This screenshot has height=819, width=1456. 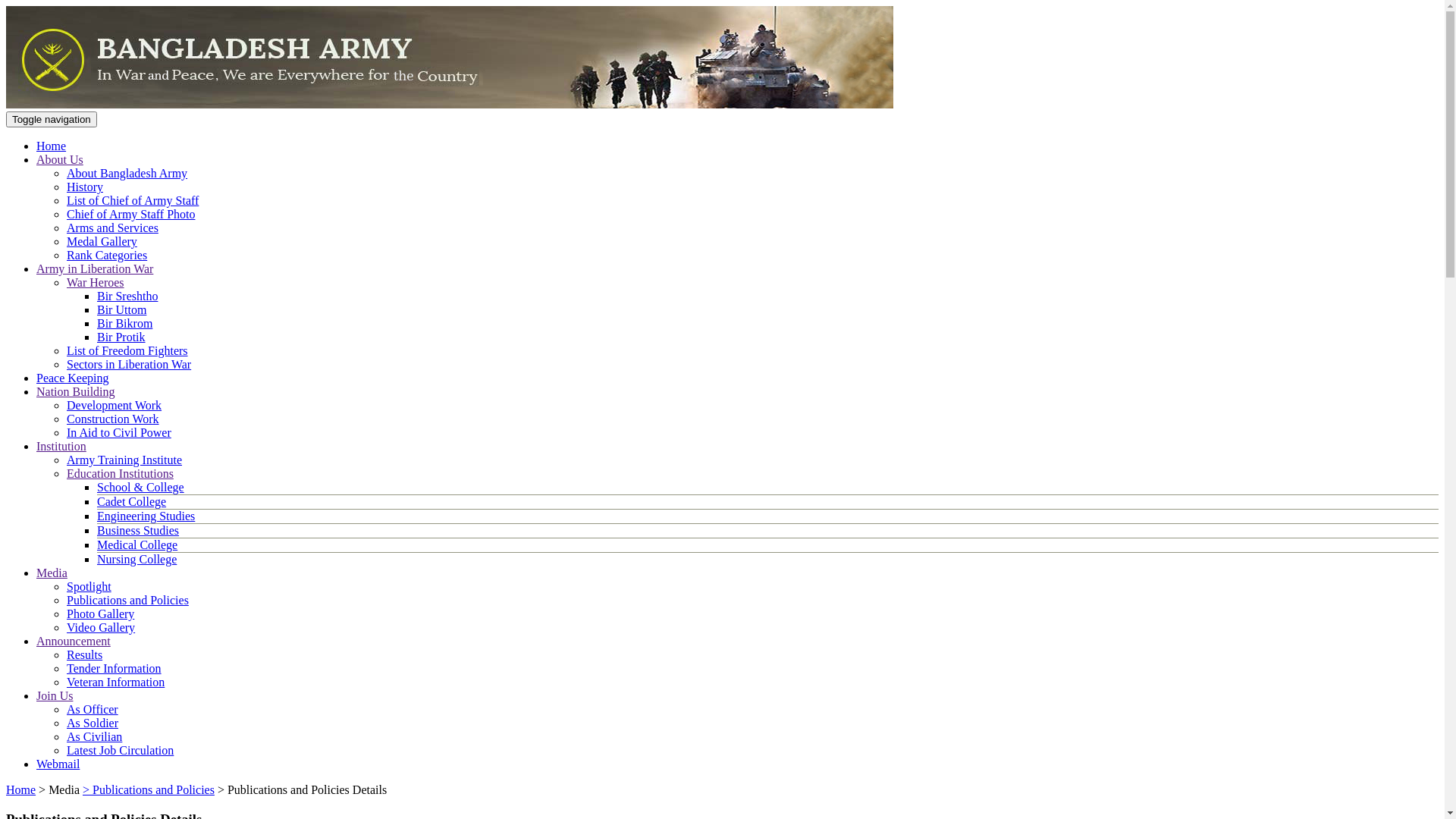 What do you see at coordinates (83, 654) in the screenshot?
I see `'Results'` at bounding box center [83, 654].